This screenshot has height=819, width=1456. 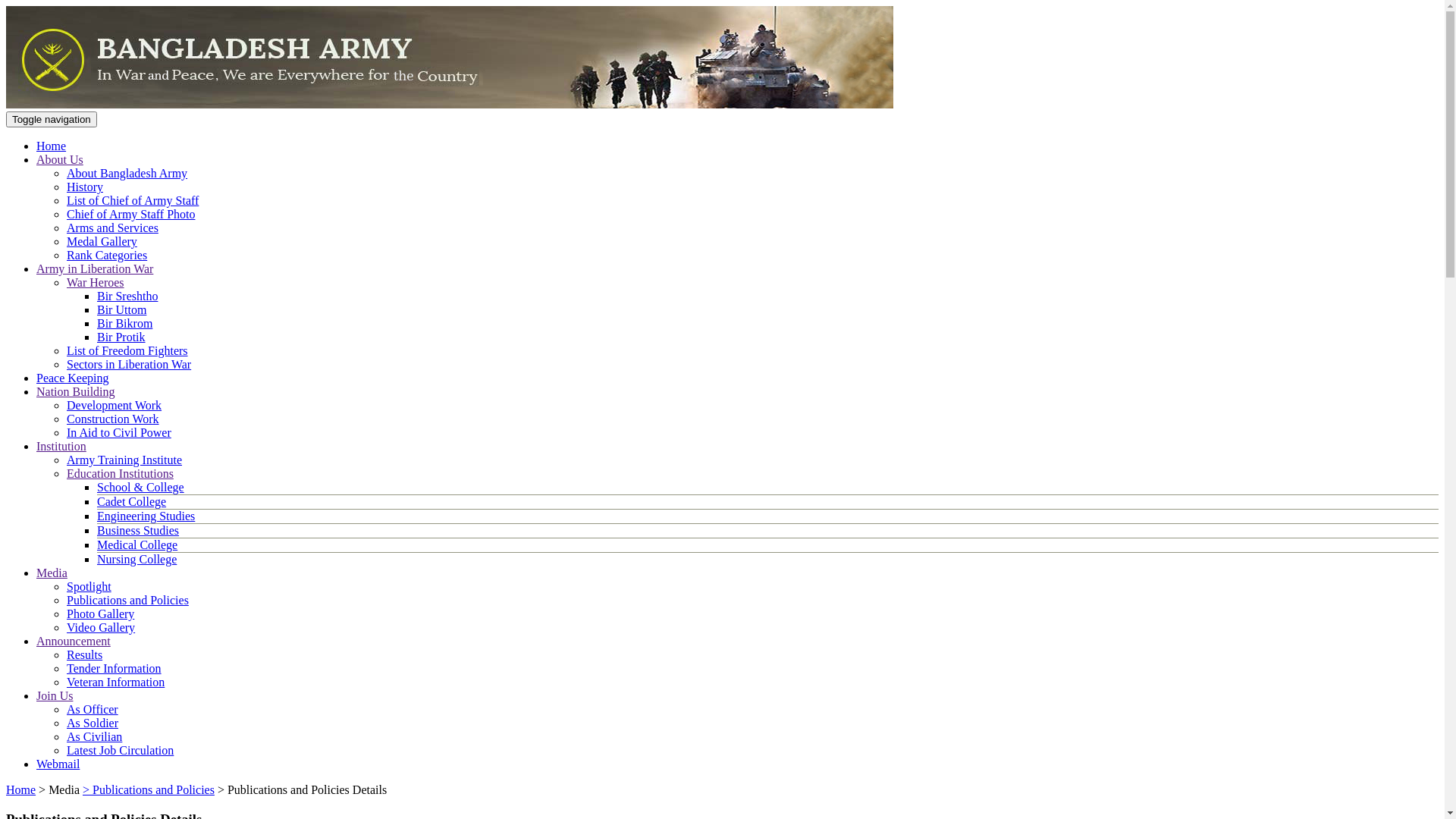 What do you see at coordinates (83, 654) in the screenshot?
I see `'Results'` at bounding box center [83, 654].